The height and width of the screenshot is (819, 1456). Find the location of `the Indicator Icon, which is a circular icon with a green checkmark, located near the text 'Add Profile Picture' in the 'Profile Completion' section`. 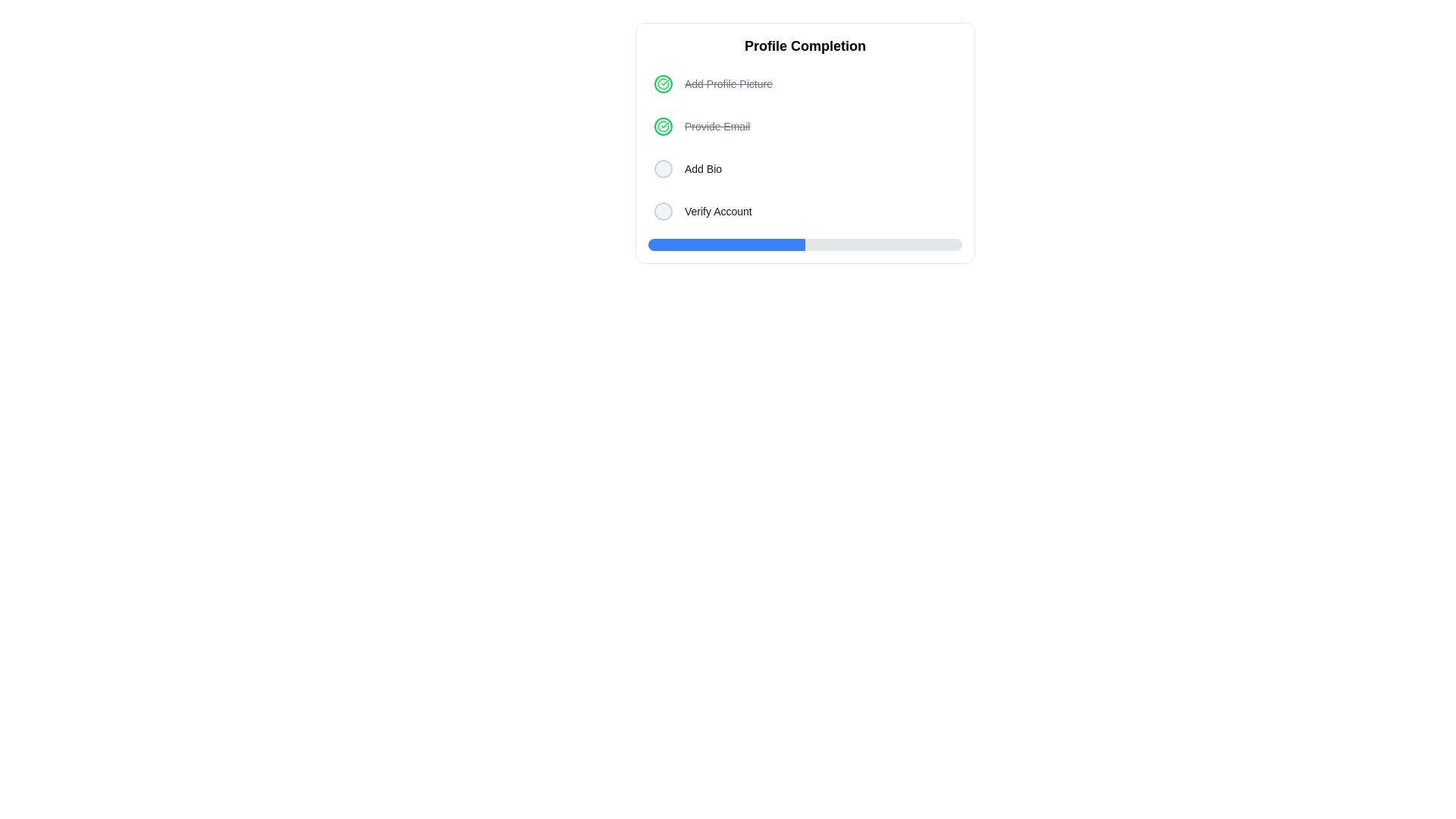

the Indicator Icon, which is a circular icon with a green checkmark, located near the text 'Add Profile Picture' in the 'Profile Completion' section is located at coordinates (663, 125).